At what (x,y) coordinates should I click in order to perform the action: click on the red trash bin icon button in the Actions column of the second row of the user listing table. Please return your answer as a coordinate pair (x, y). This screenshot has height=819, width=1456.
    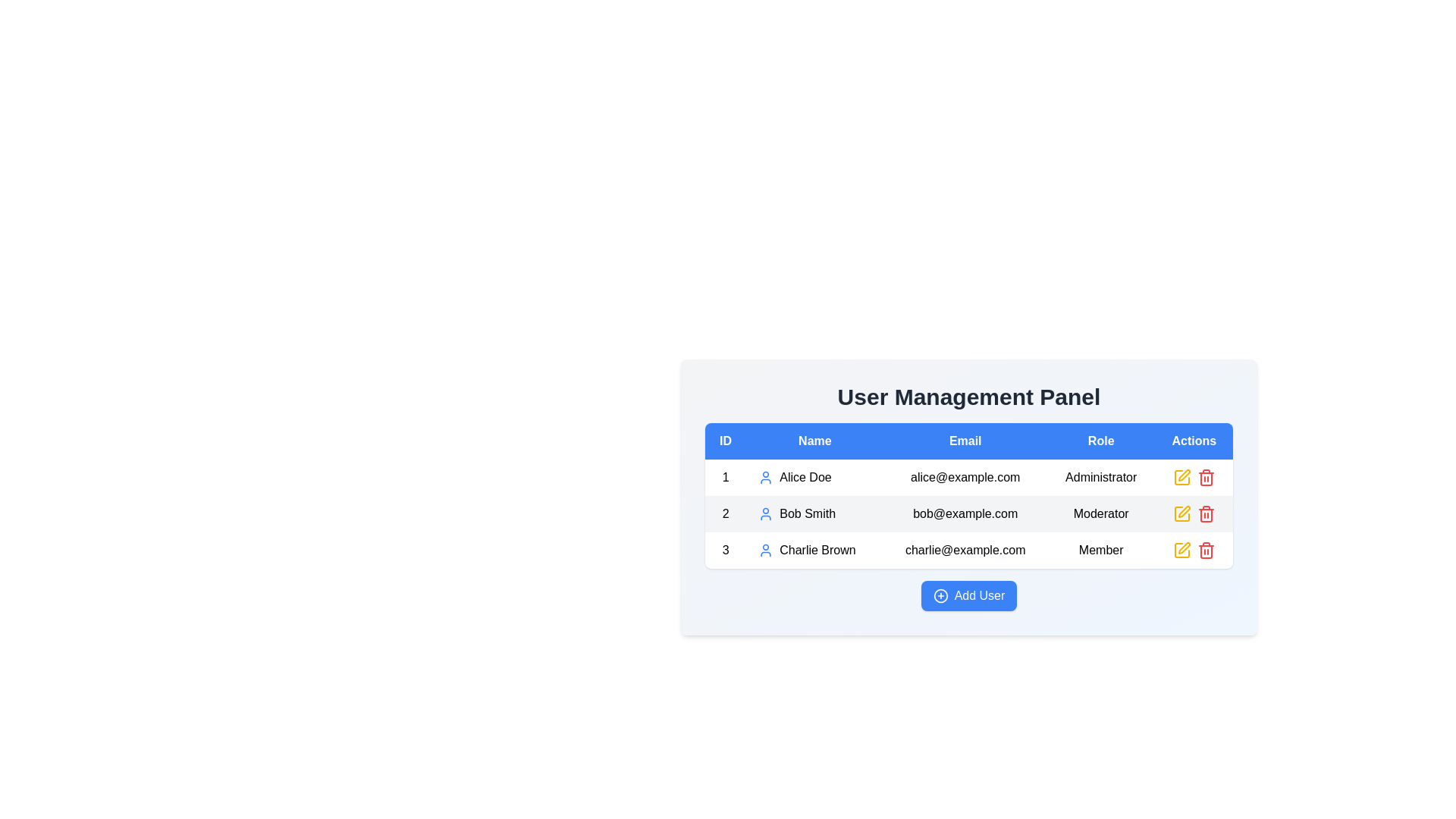
    Looking at the image, I should click on (1205, 513).